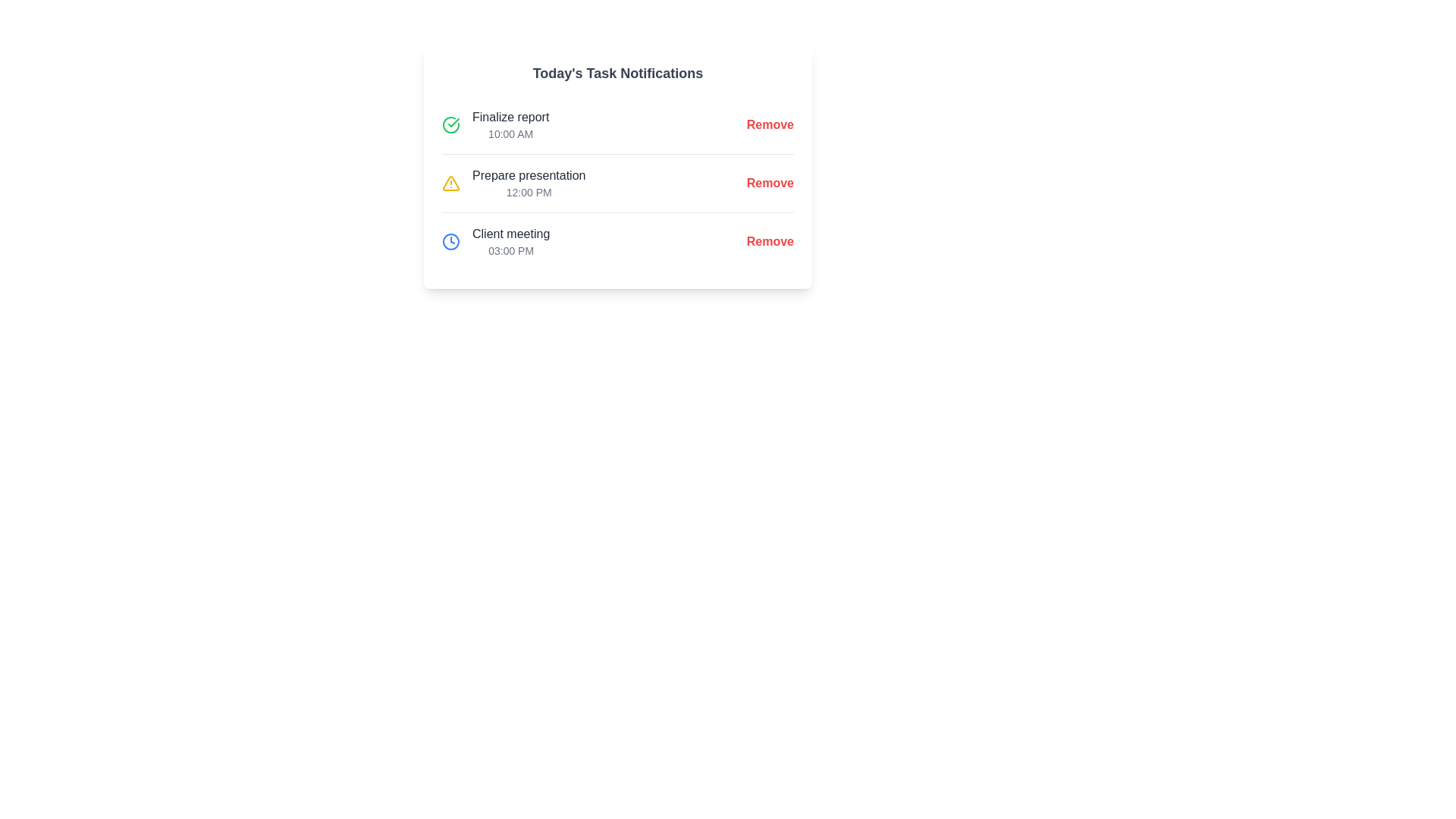  I want to click on the second item in the task notification list, which has an alert icon, so click(513, 183).